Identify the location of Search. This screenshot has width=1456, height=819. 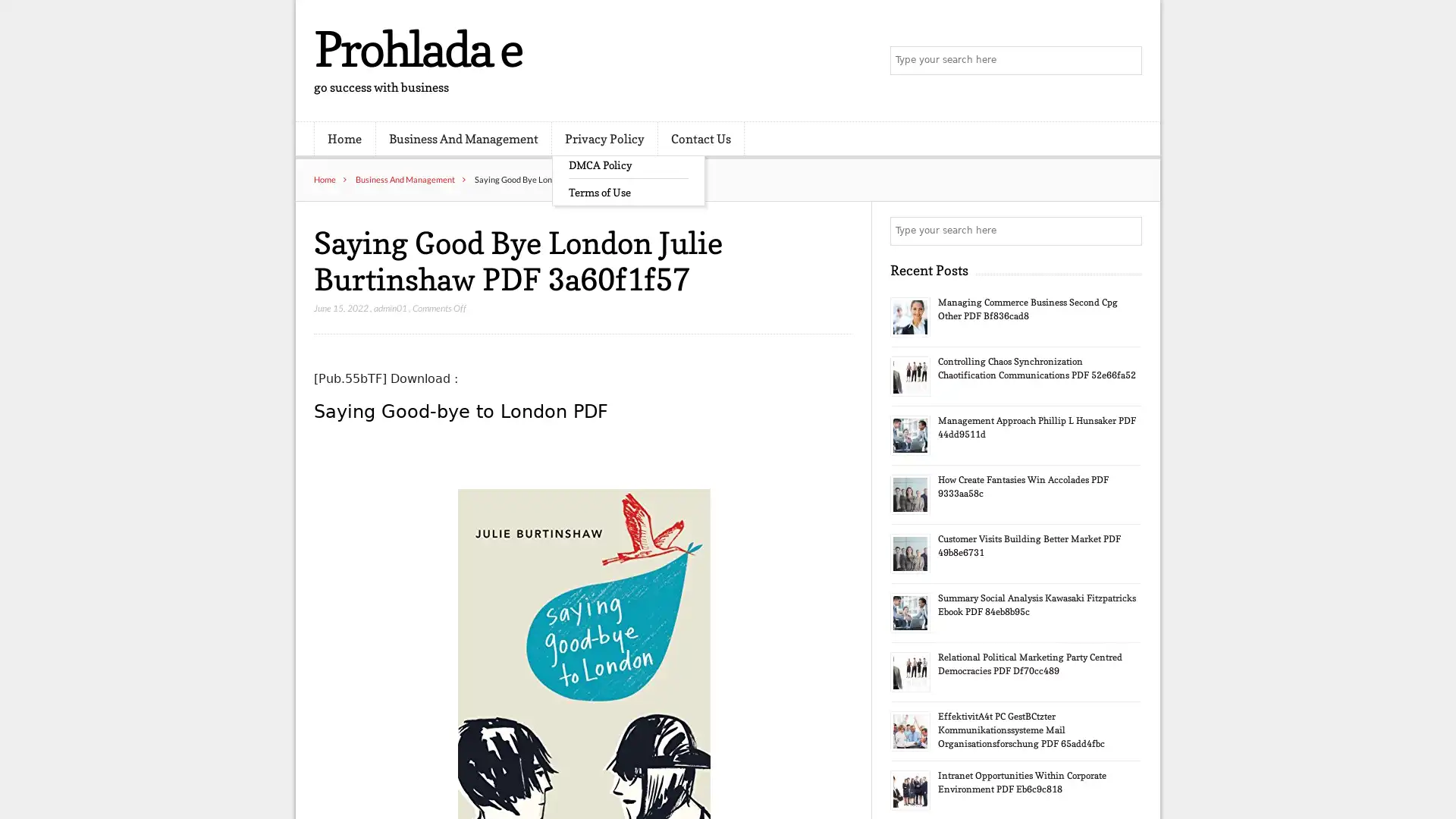
(1126, 61).